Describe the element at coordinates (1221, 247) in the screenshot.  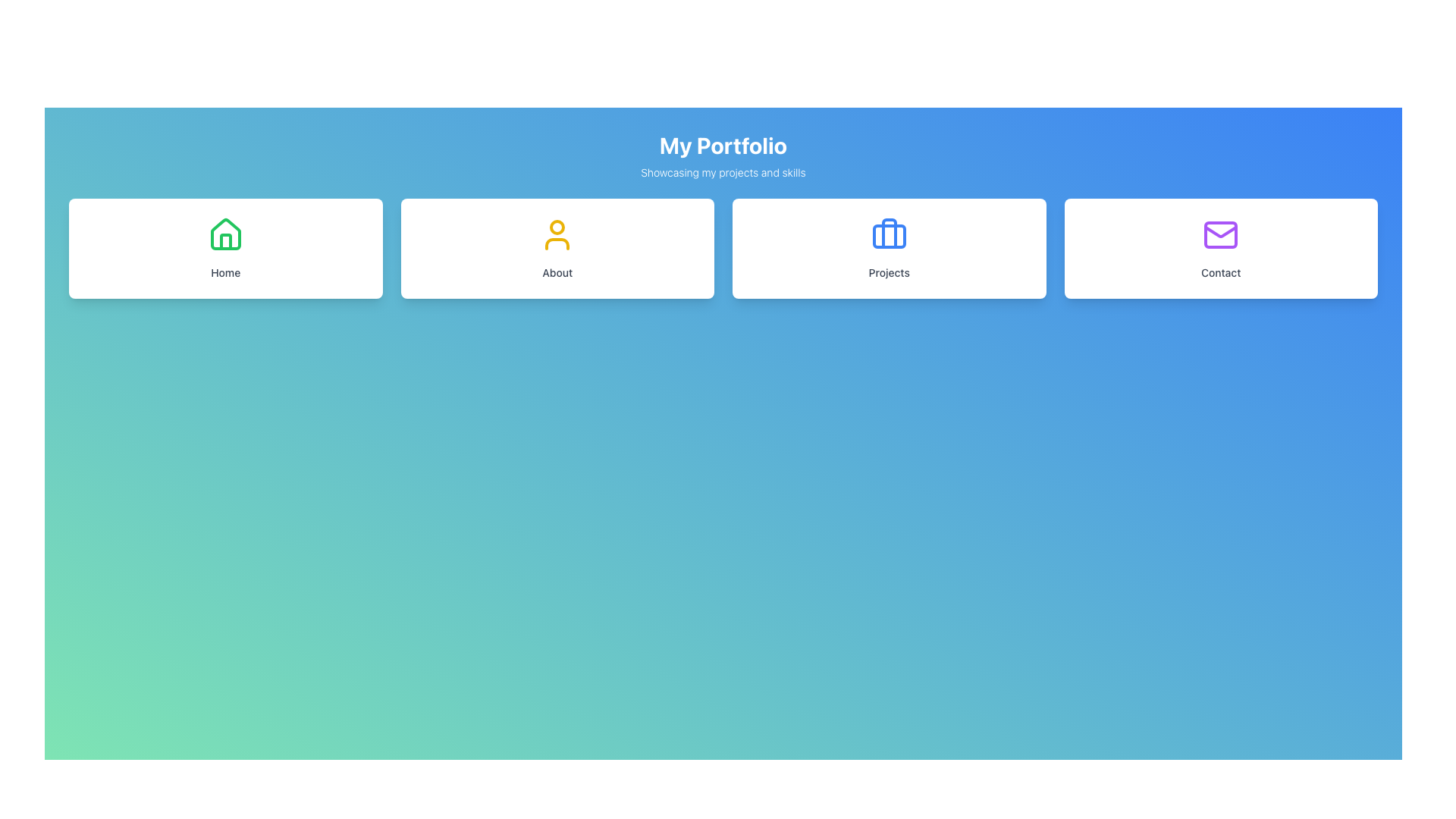
I see `the fourth card in a horizontal grid of four cards, which serves as a Button-like hyperlink to the 'Contact' section of the webpage` at that location.